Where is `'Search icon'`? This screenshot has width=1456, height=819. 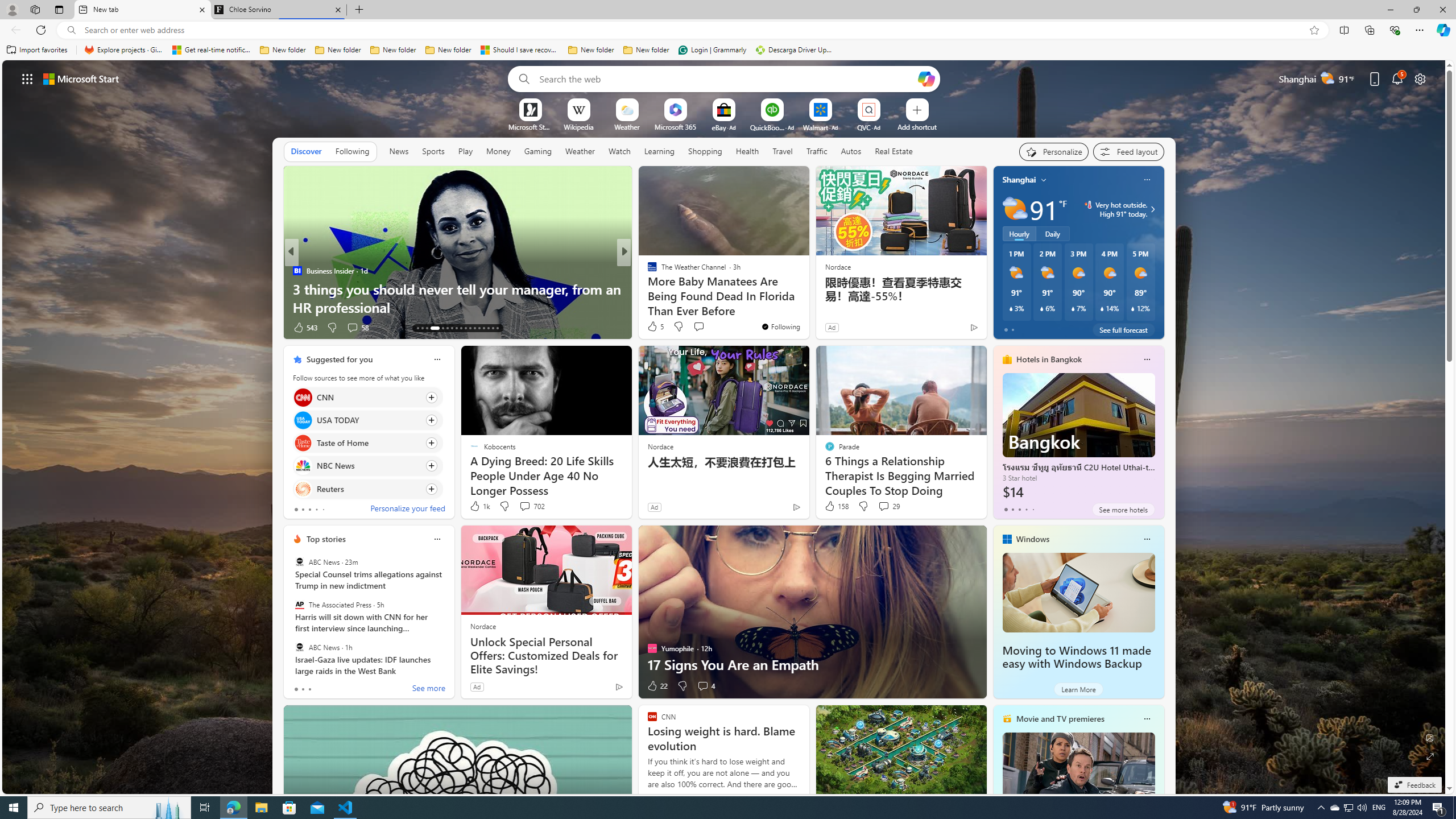 'Search icon' is located at coordinates (71, 30).